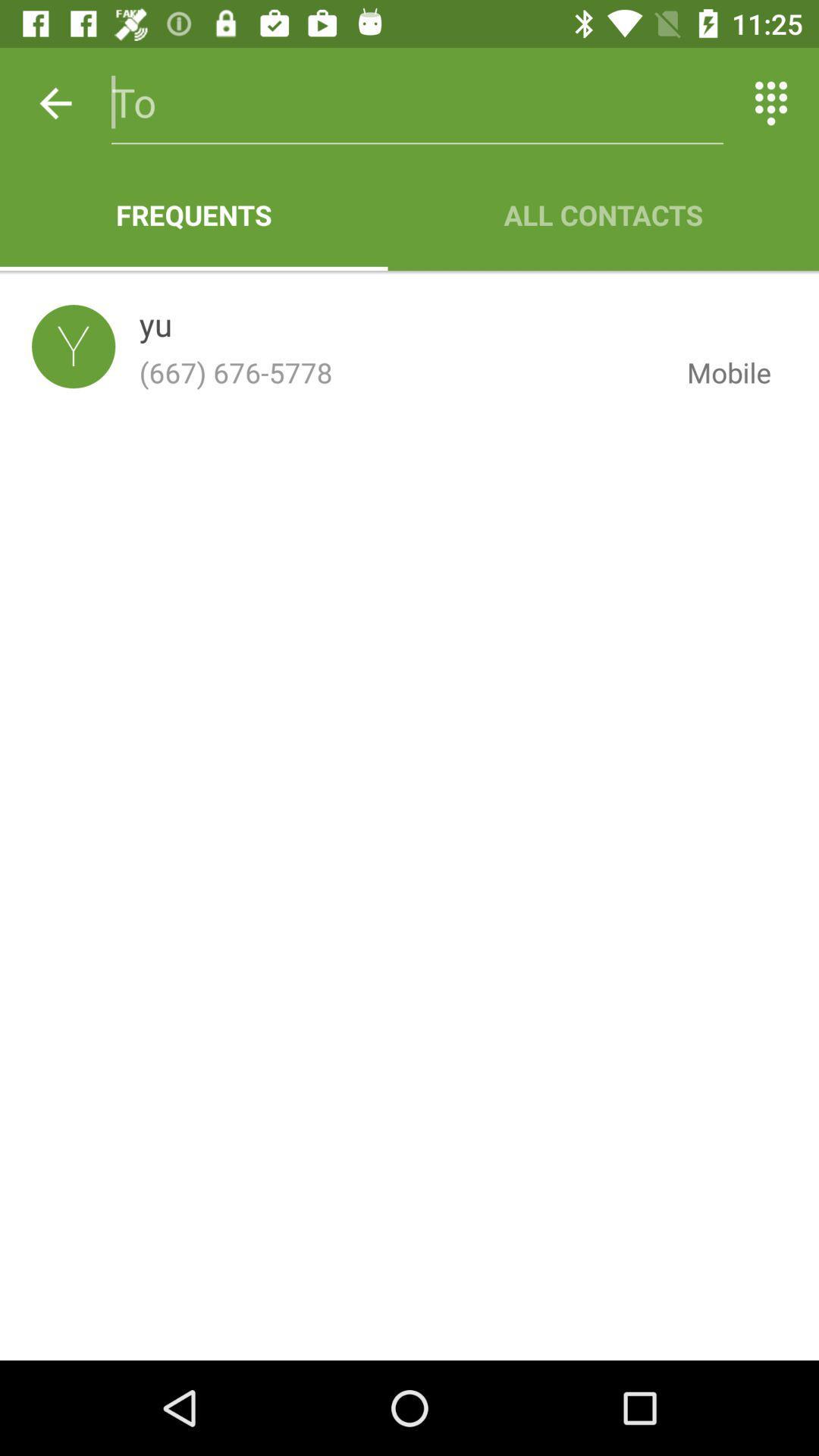  What do you see at coordinates (155, 327) in the screenshot?
I see `item to the left of the mobile` at bounding box center [155, 327].